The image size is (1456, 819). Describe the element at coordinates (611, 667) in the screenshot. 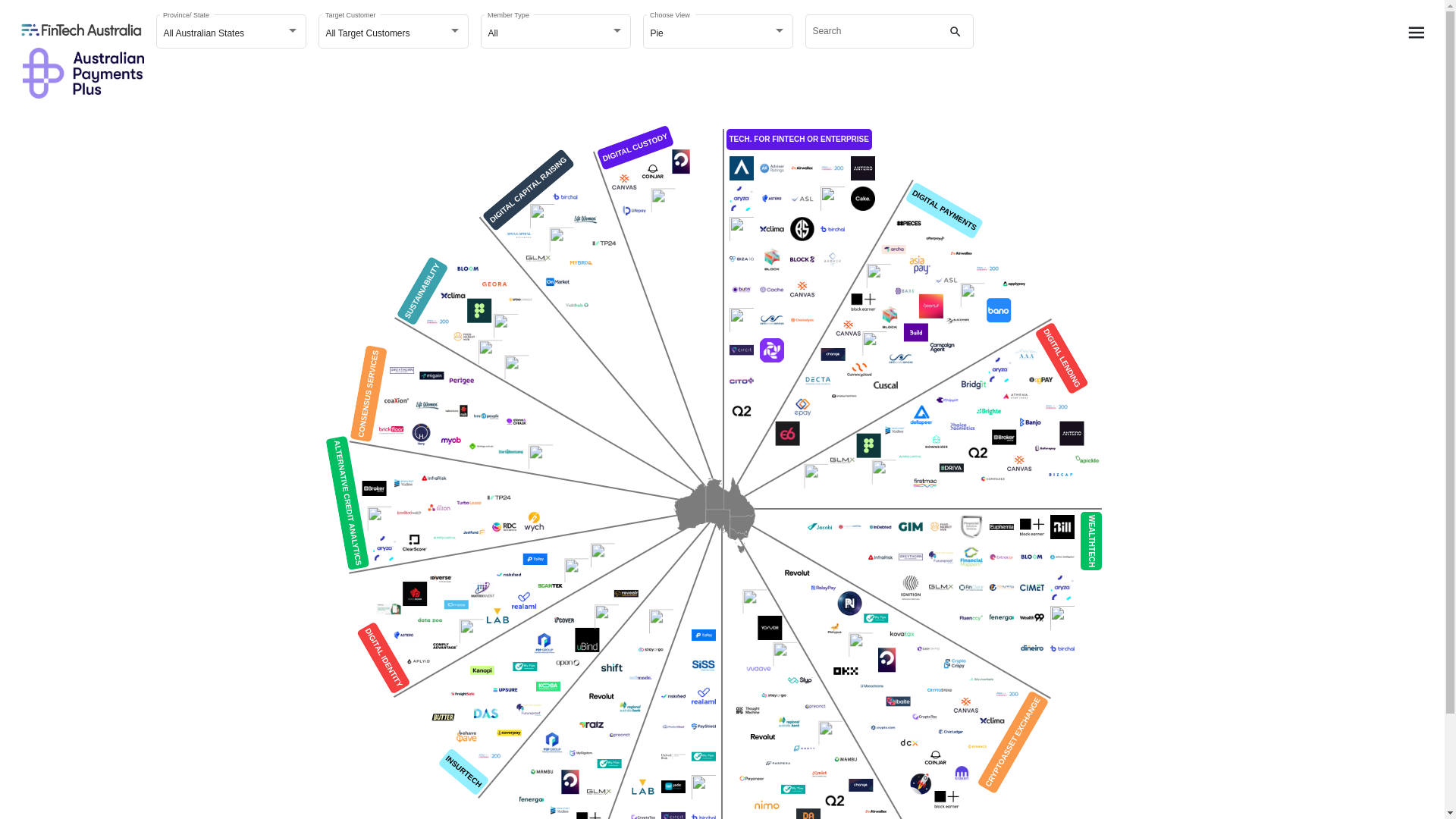

I see `'Shift Financial Pty Ltd'` at that location.